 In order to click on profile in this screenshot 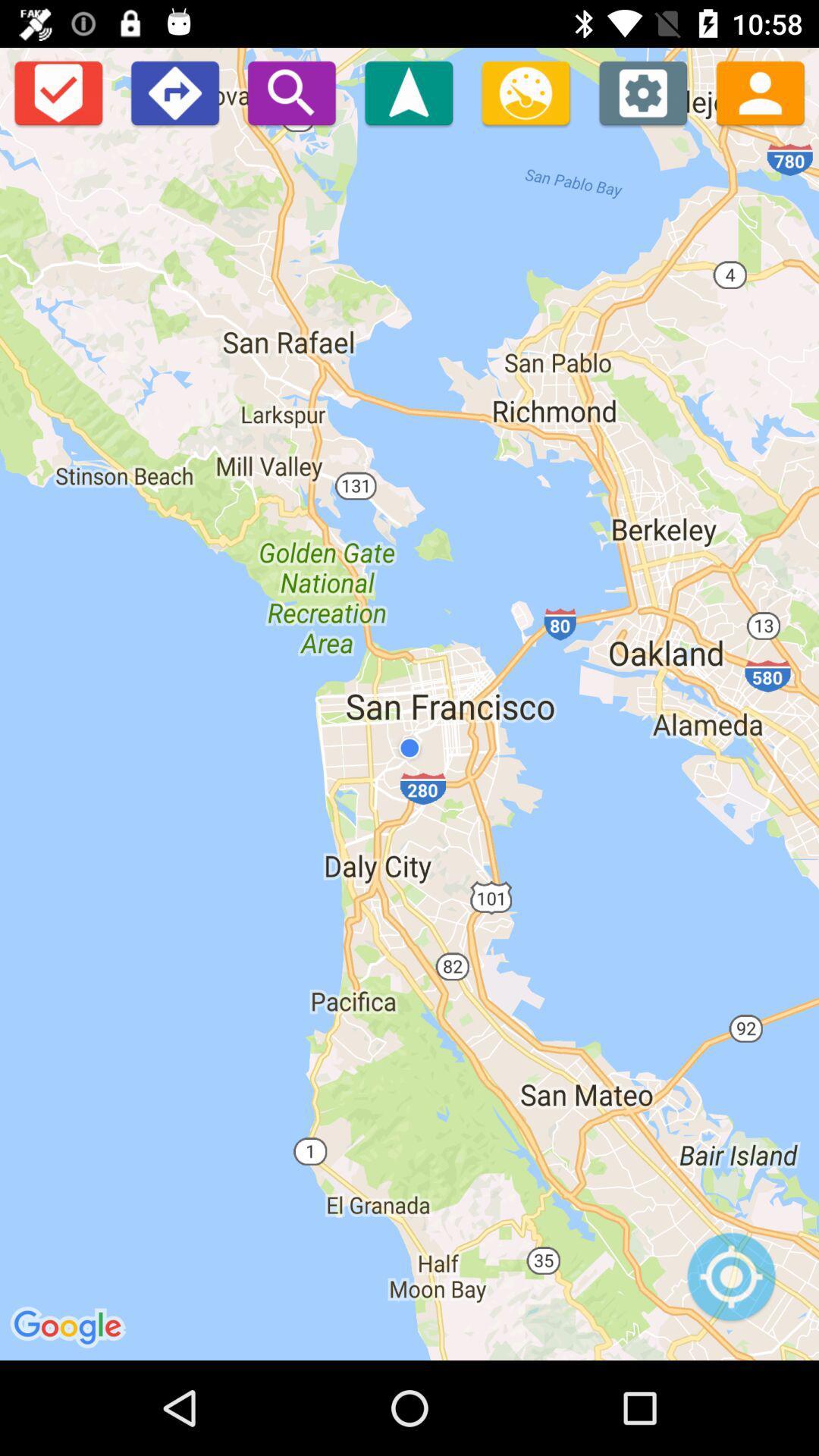, I will do `click(760, 92)`.